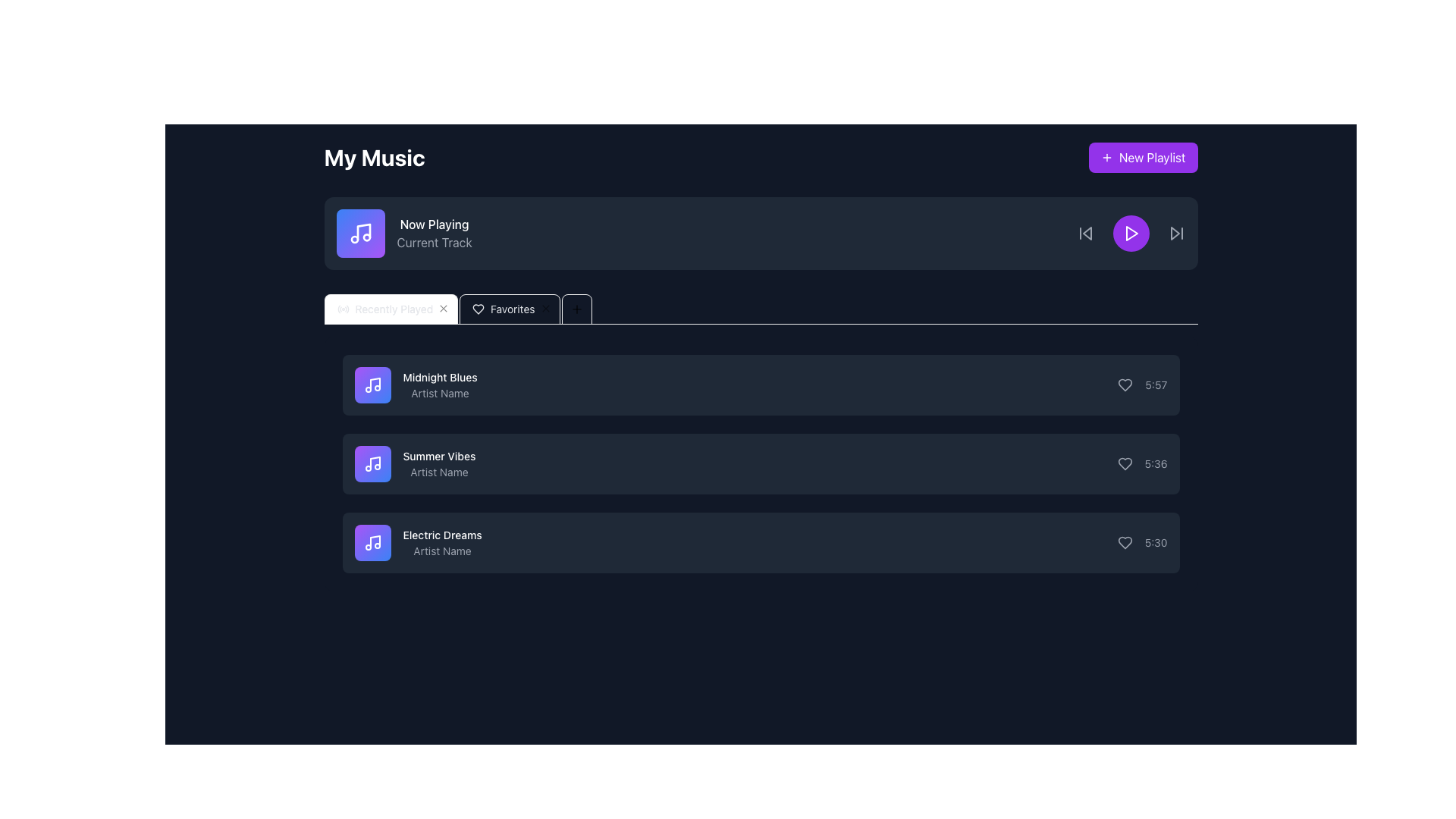  I want to click on the second music track or album entry in the 'My Music' list, so click(415, 463).